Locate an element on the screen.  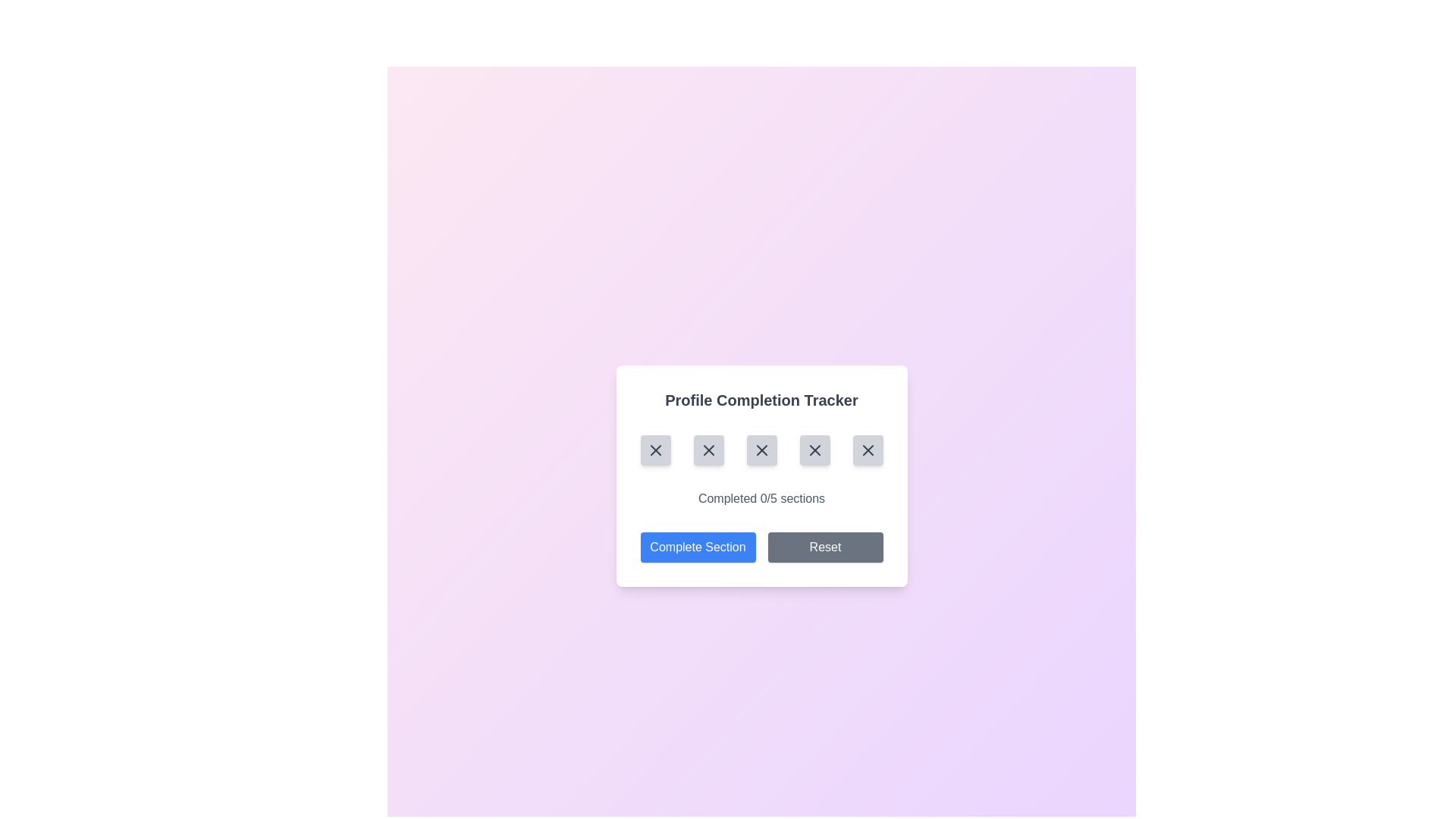
the Progress Tracker Step Indicator, which is a square icon with a light gray background and a dark gray 'X' symbol, located in the middle of a group of five similar icons below 'Profile Completion Tracker' is located at coordinates (761, 450).